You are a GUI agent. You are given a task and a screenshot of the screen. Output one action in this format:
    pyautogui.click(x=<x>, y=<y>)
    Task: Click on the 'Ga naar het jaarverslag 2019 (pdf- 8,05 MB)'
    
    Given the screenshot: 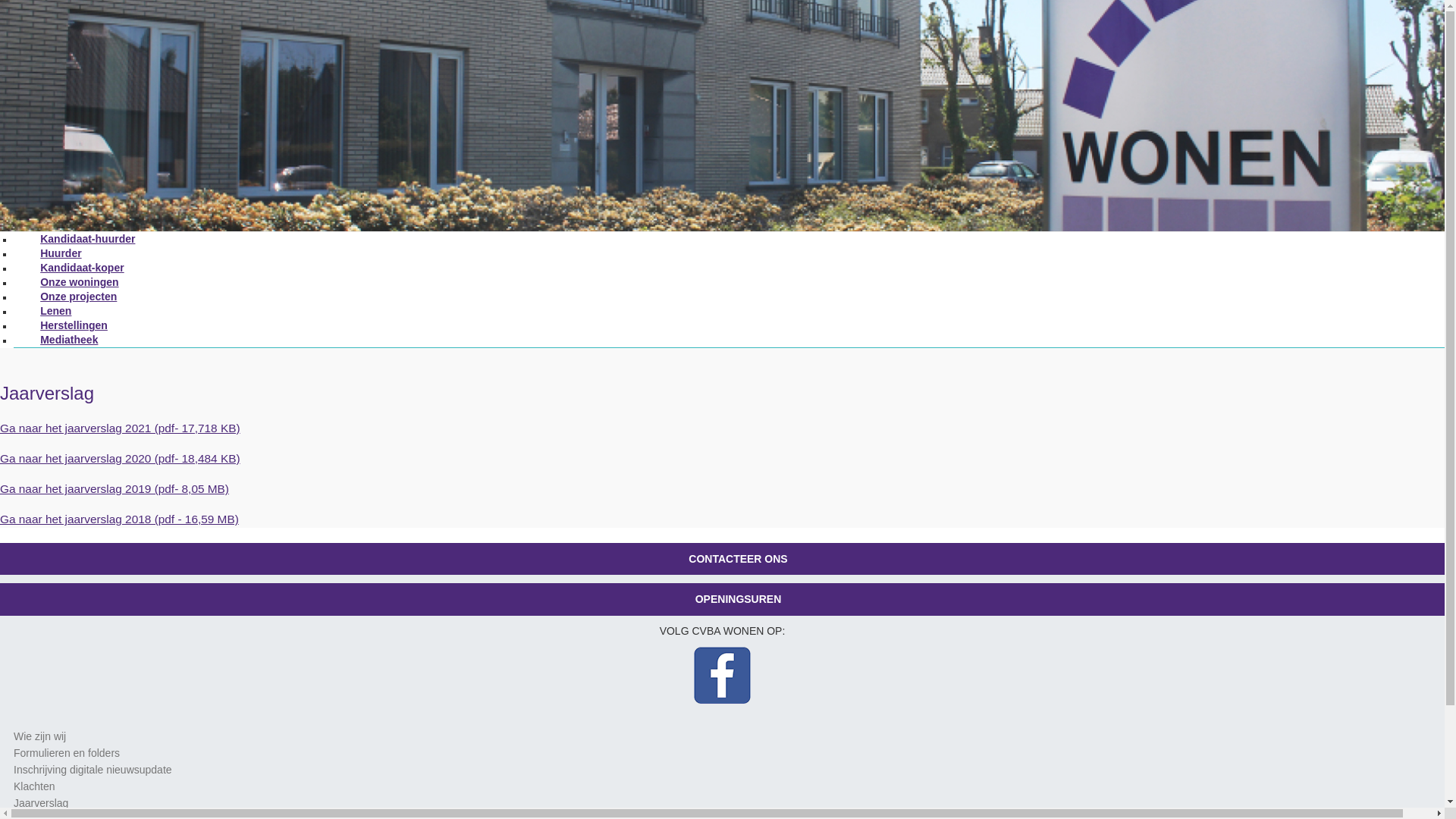 What is the action you would take?
    pyautogui.click(x=113, y=488)
    